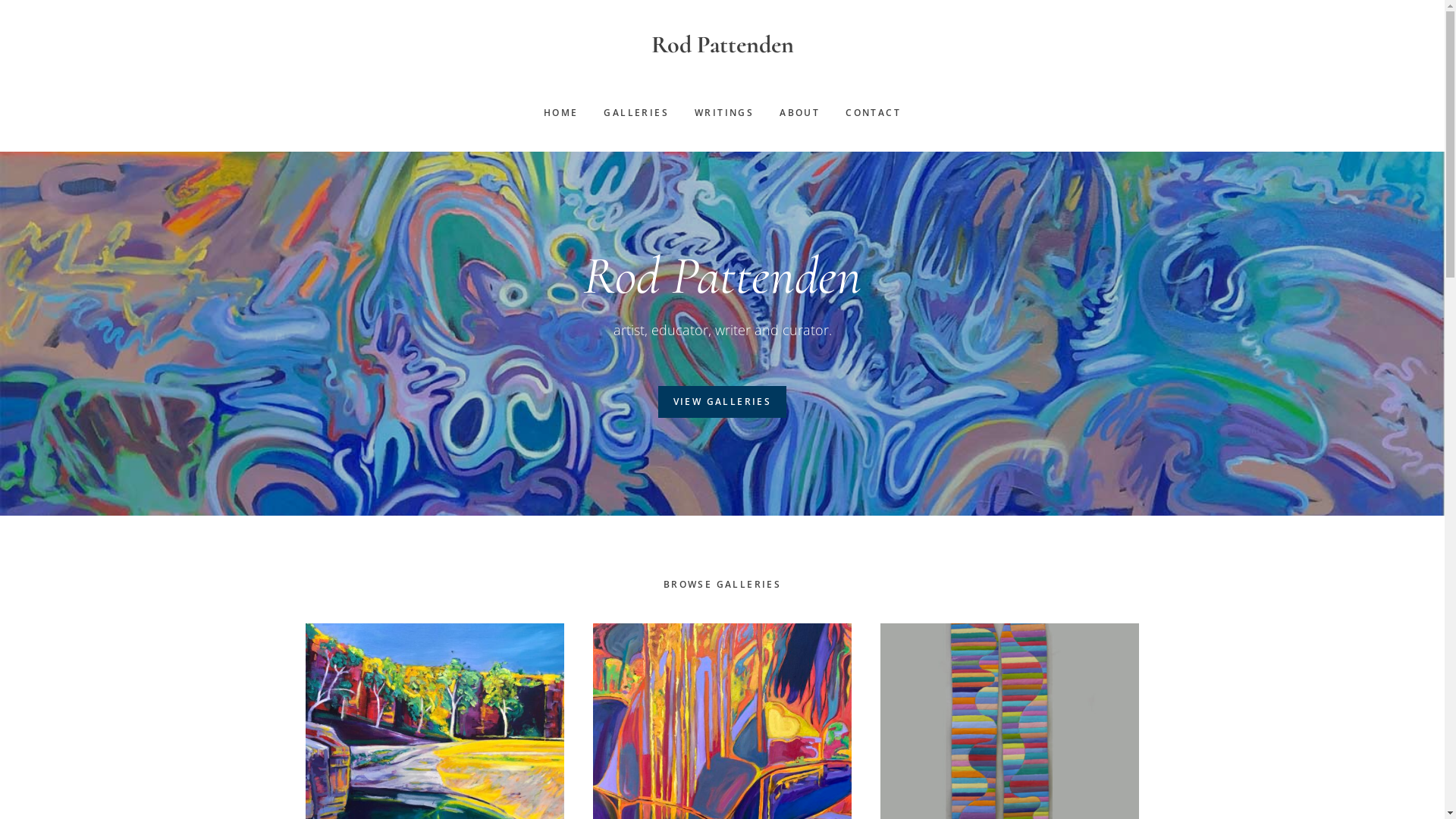 This screenshot has width=1456, height=819. Describe the element at coordinates (799, 112) in the screenshot. I see `'ABOUT'` at that location.